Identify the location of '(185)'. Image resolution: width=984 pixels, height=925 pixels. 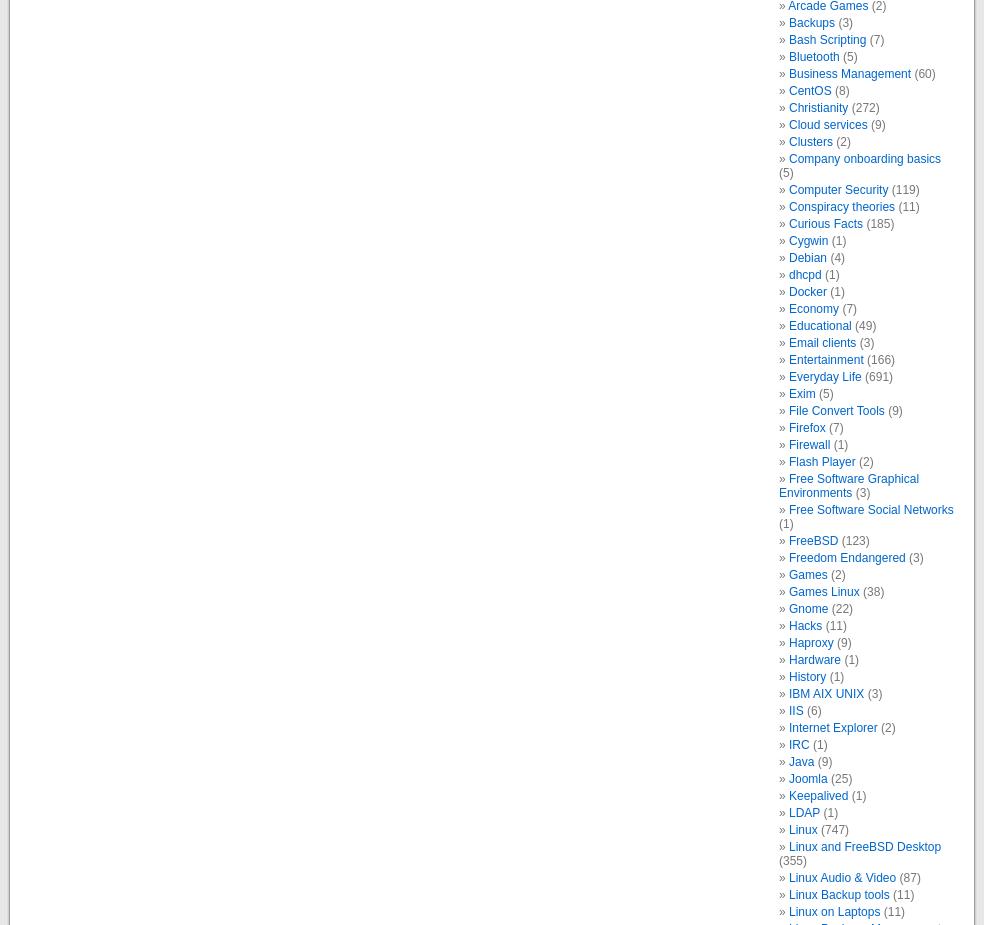
(878, 223).